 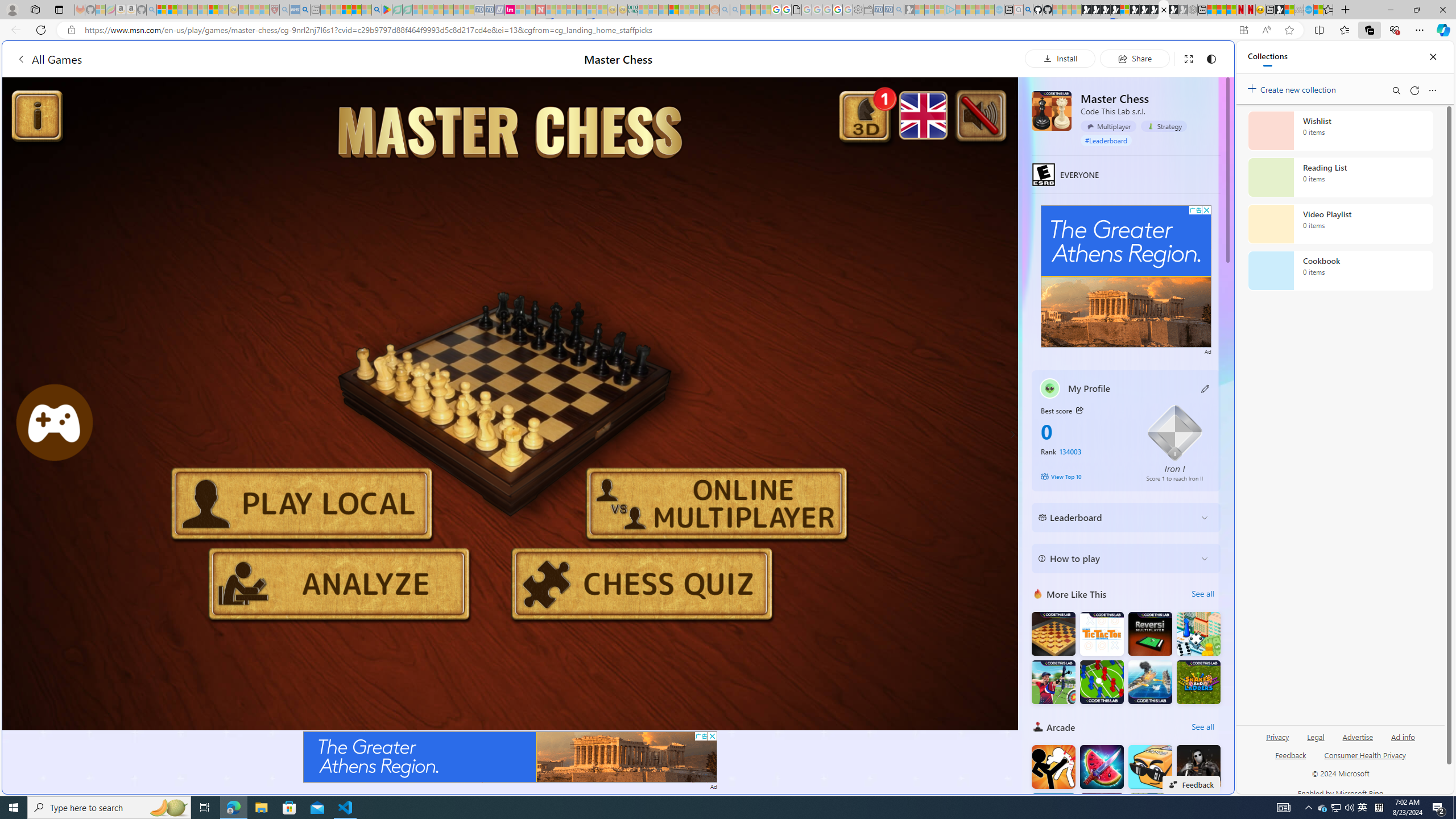 I want to click on 'More options menu', so click(x=1433, y=90).